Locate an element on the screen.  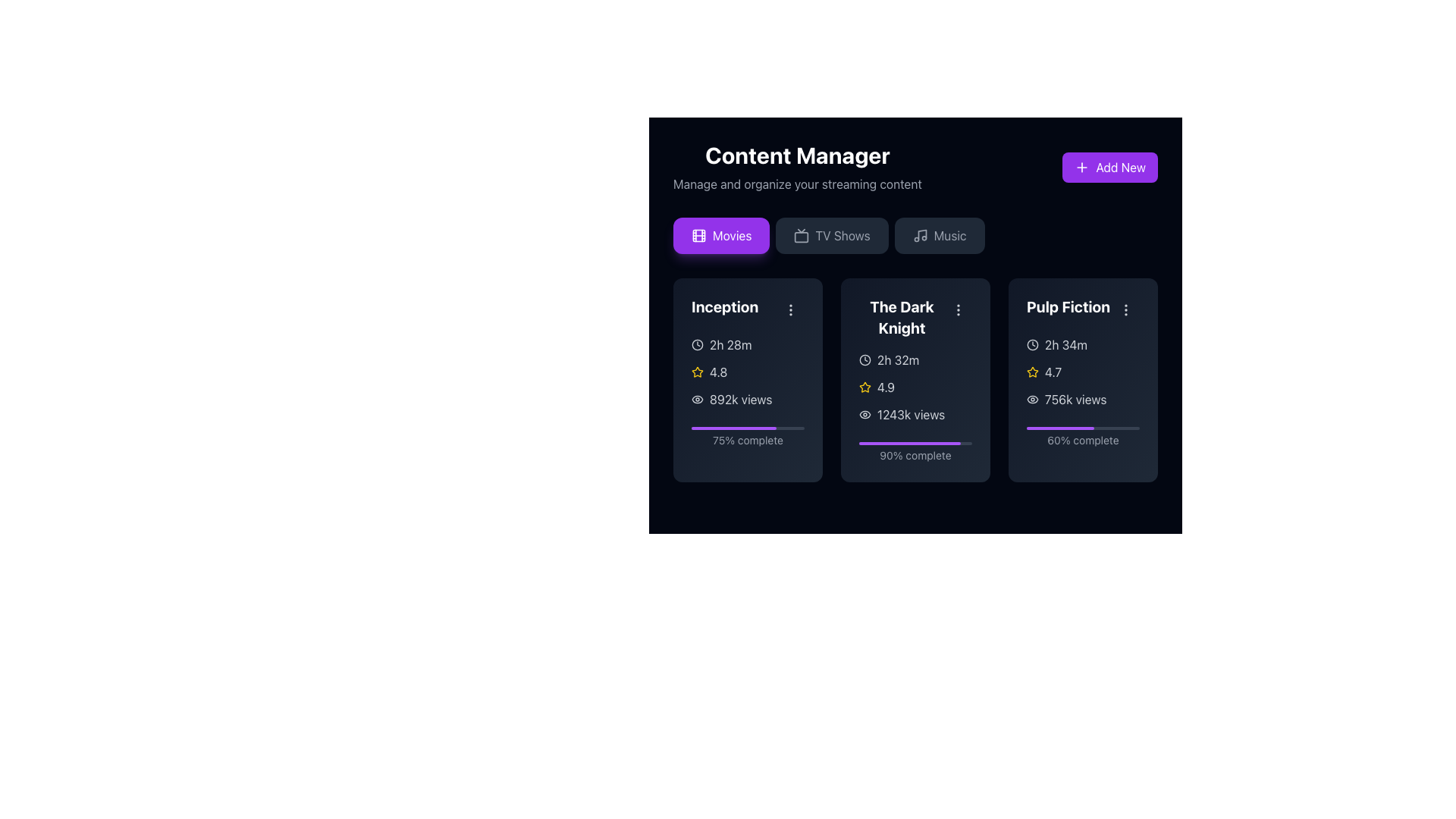
'756k views' label with eye icon located beneath the 'Pulp Fiction' title for web development purposes is located at coordinates (1082, 399).